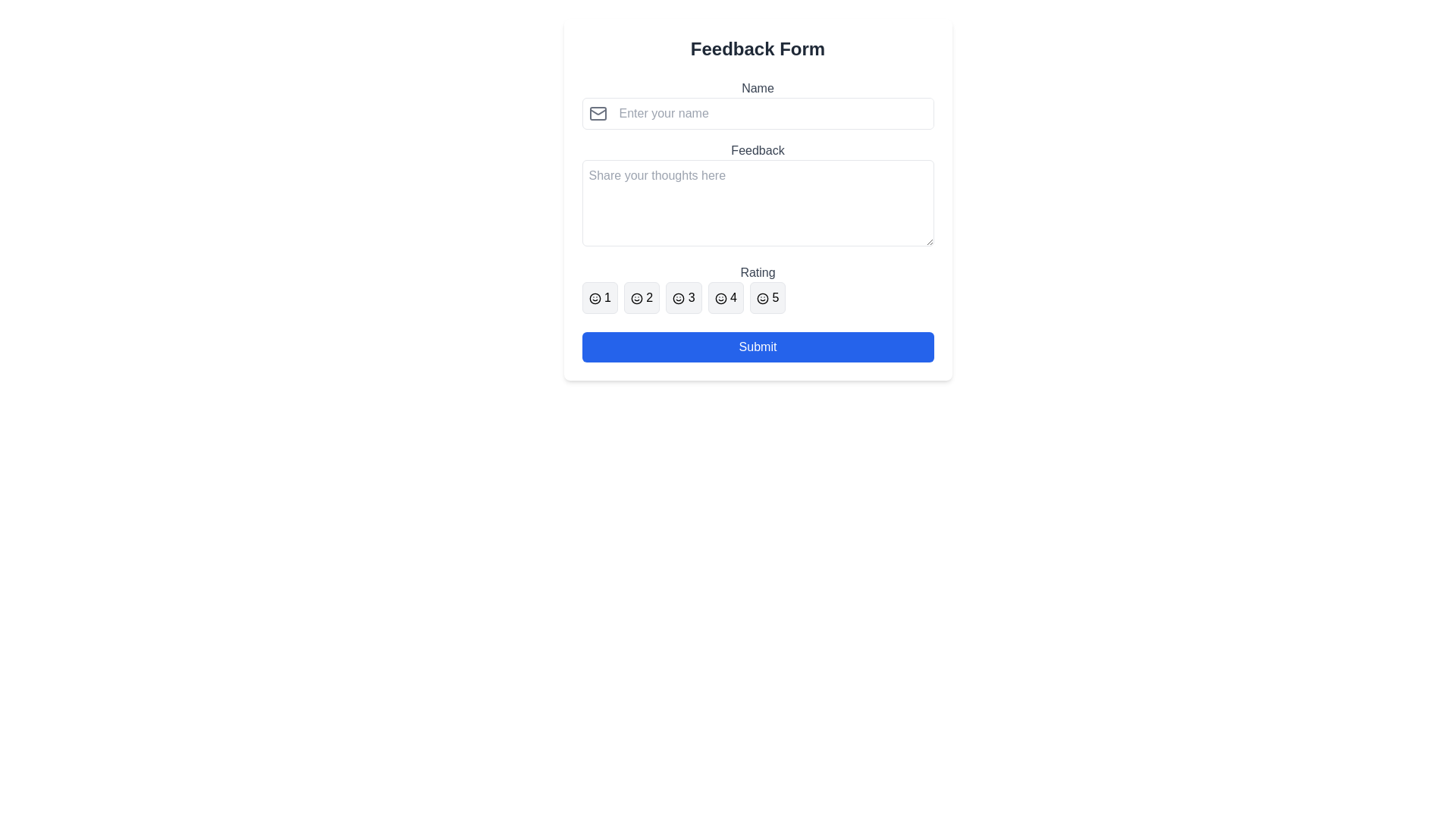 Image resolution: width=1456 pixels, height=819 pixels. What do you see at coordinates (758, 271) in the screenshot?
I see `the text label displaying 'Rating' which is styled in gray and positioned above the rating options in the feedback form interface` at bounding box center [758, 271].